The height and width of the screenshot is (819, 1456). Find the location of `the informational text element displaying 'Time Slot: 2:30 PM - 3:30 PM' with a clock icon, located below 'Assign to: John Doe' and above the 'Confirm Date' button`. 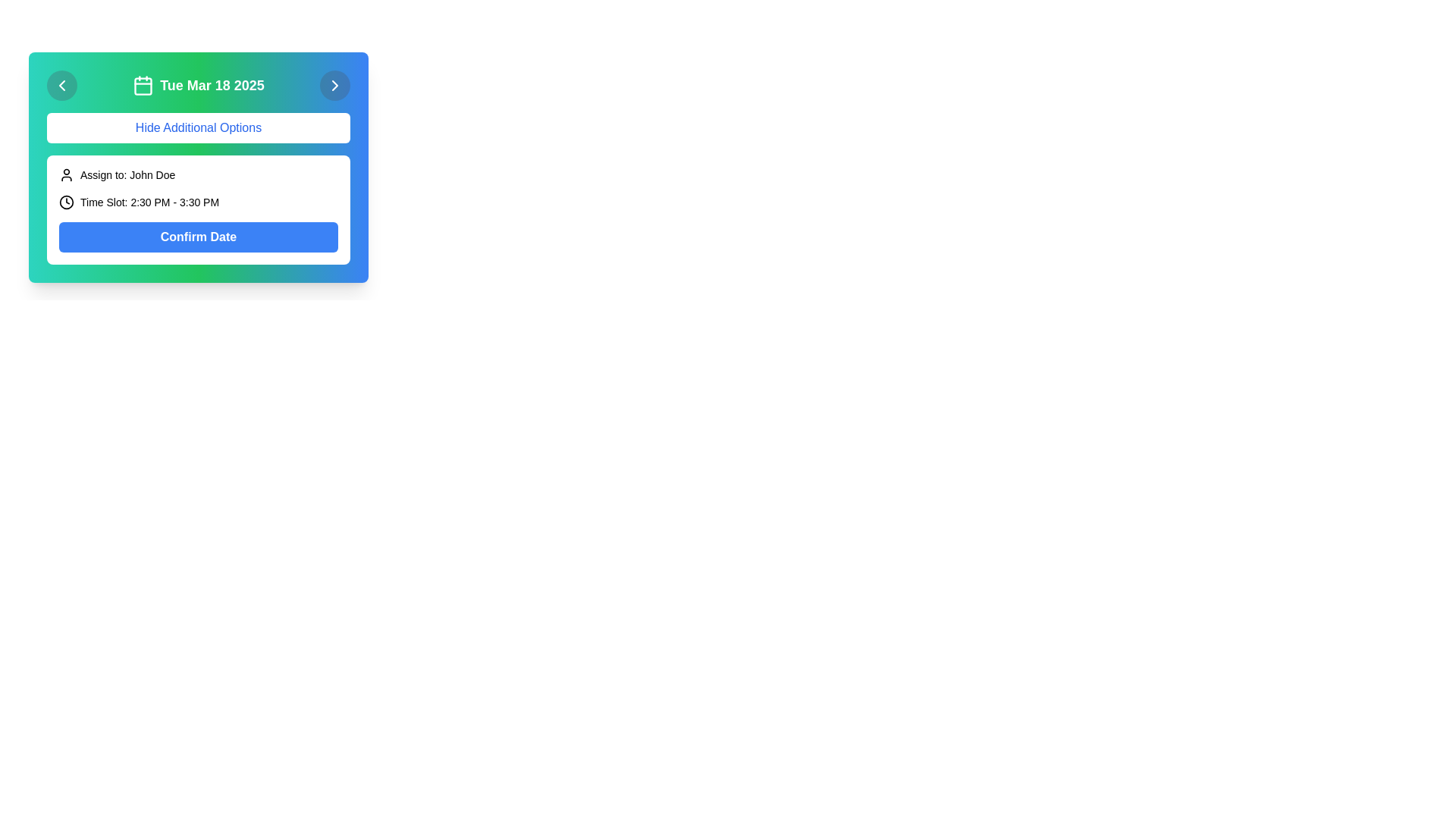

the informational text element displaying 'Time Slot: 2:30 PM - 3:30 PM' with a clock icon, located below 'Assign to: John Doe' and above the 'Confirm Date' button is located at coordinates (198, 201).